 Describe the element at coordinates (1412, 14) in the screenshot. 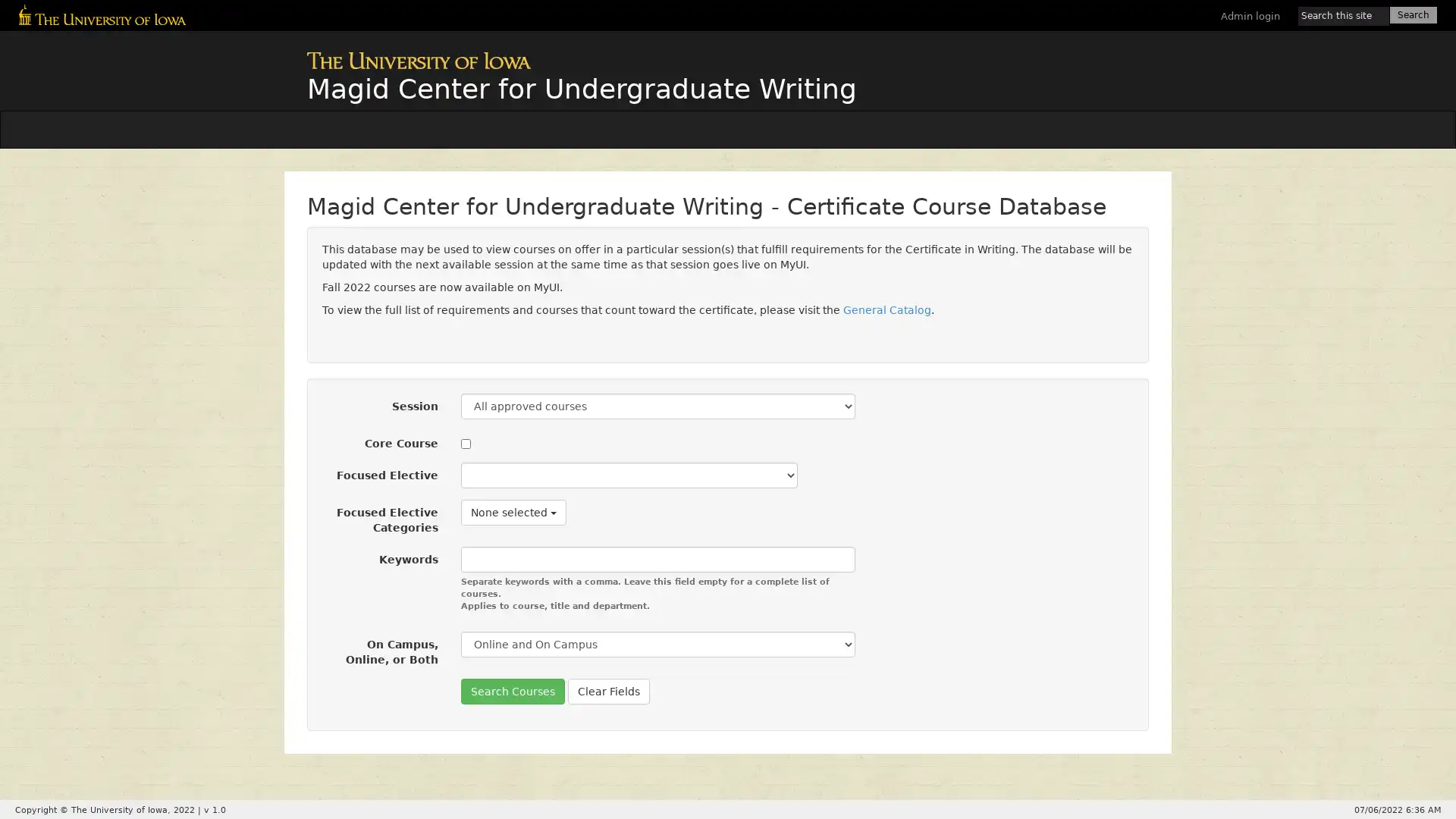

I see `Search` at that location.